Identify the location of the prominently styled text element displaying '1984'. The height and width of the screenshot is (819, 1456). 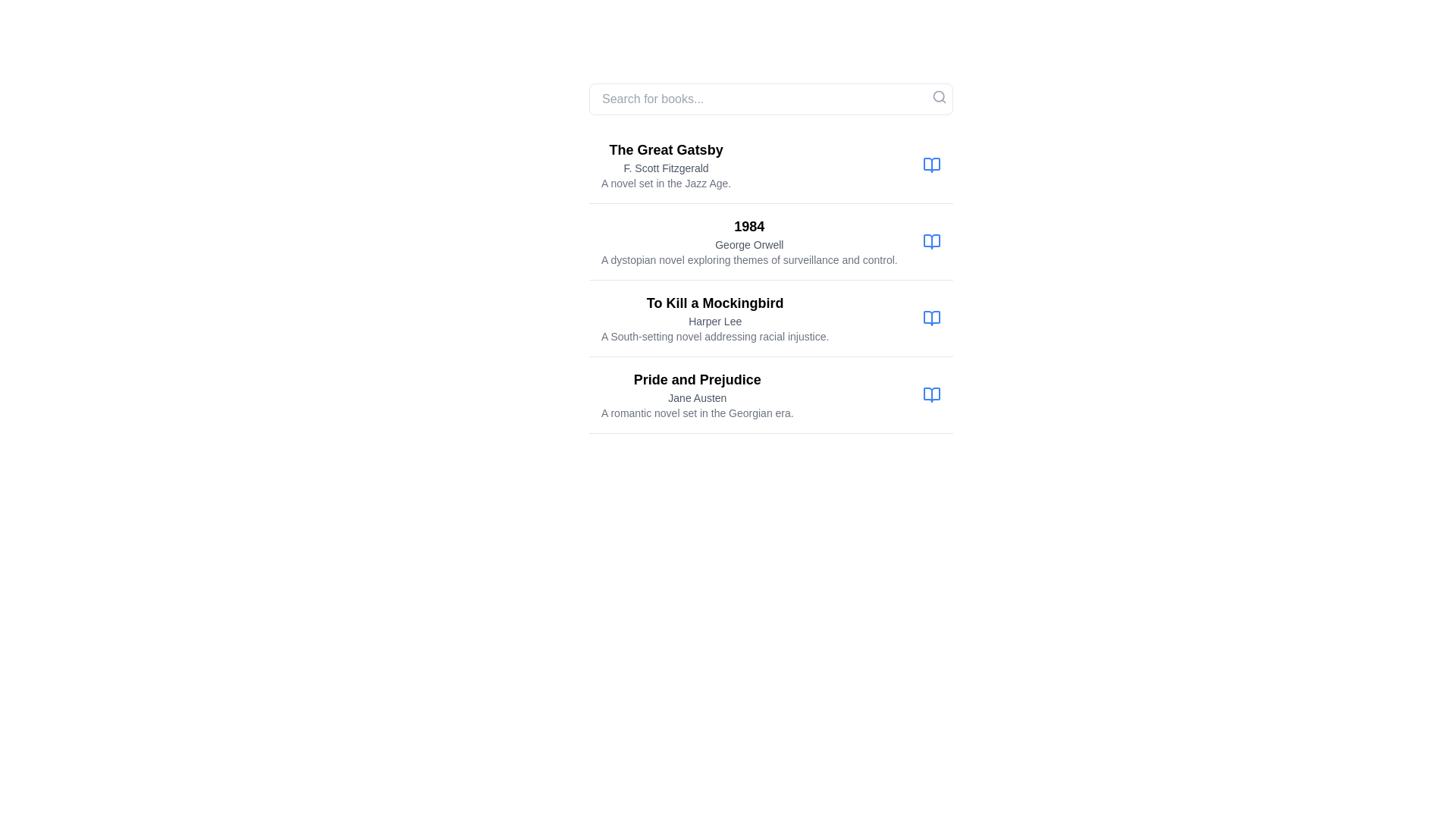
(749, 227).